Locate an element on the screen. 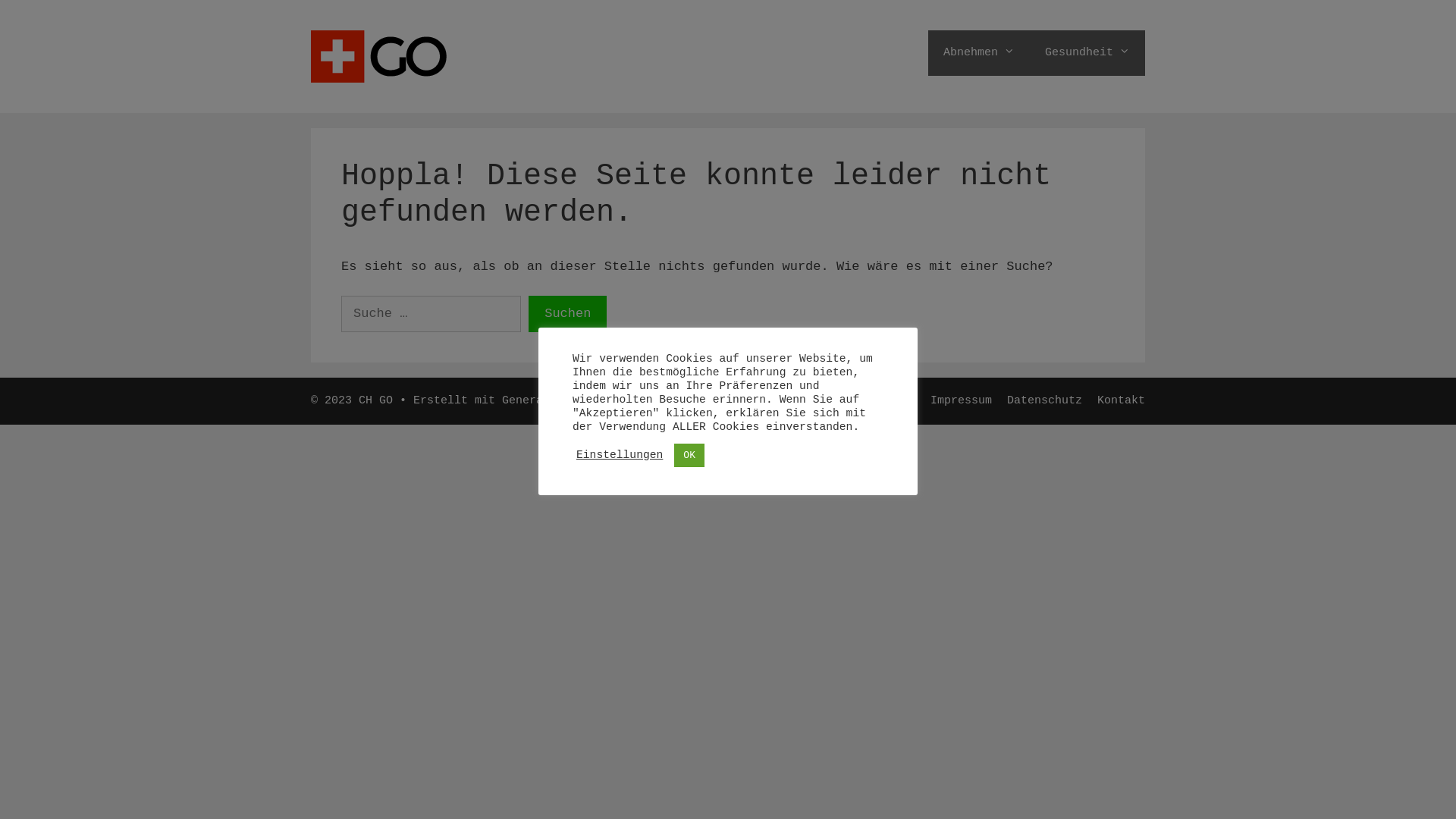 The image size is (1456, 819). 'Datenschutz' is located at coordinates (1007, 400).